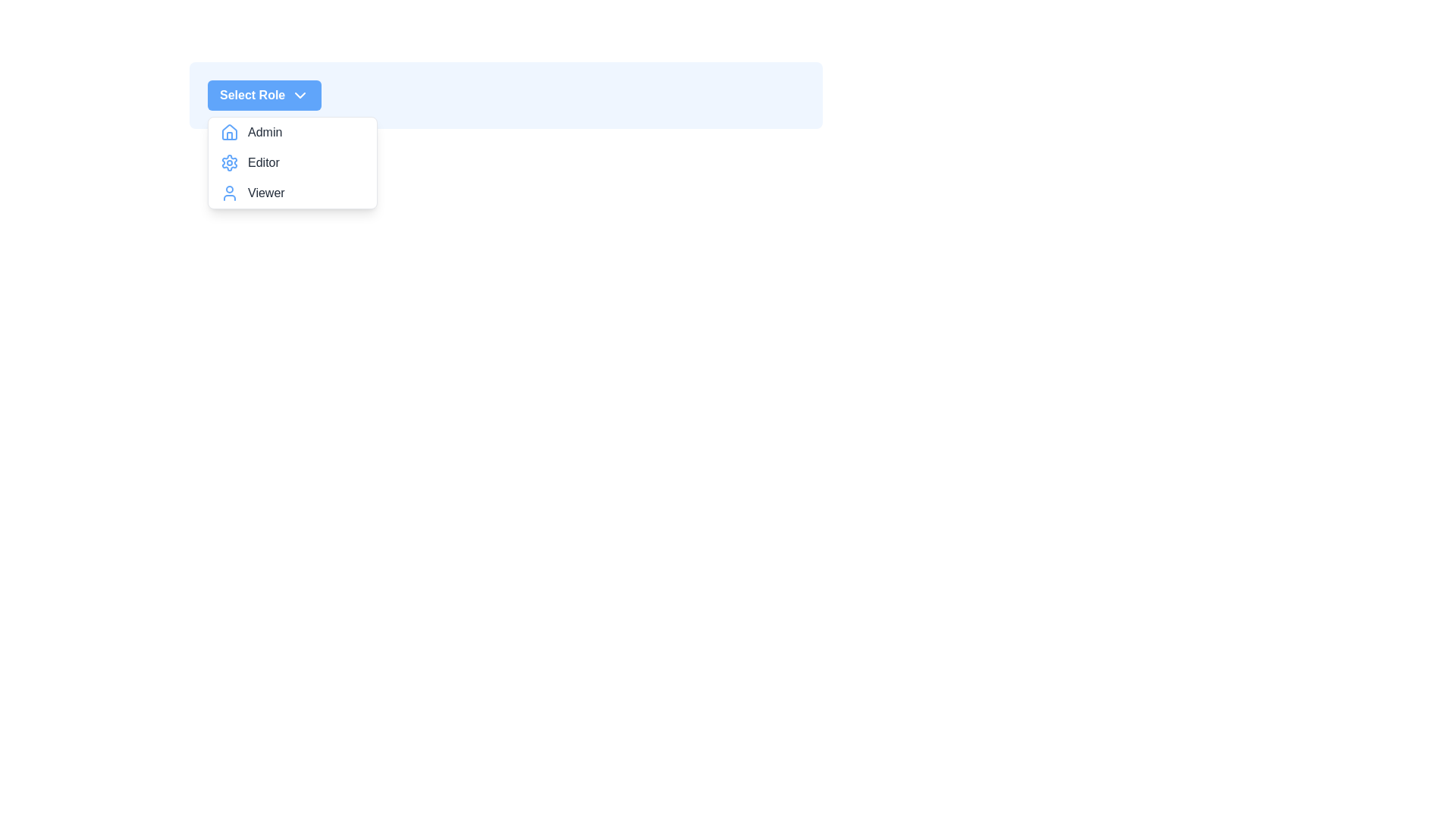 This screenshot has width=1456, height=819. I want to click on the menu item Editor to see the hover effect, so click(292, 163).